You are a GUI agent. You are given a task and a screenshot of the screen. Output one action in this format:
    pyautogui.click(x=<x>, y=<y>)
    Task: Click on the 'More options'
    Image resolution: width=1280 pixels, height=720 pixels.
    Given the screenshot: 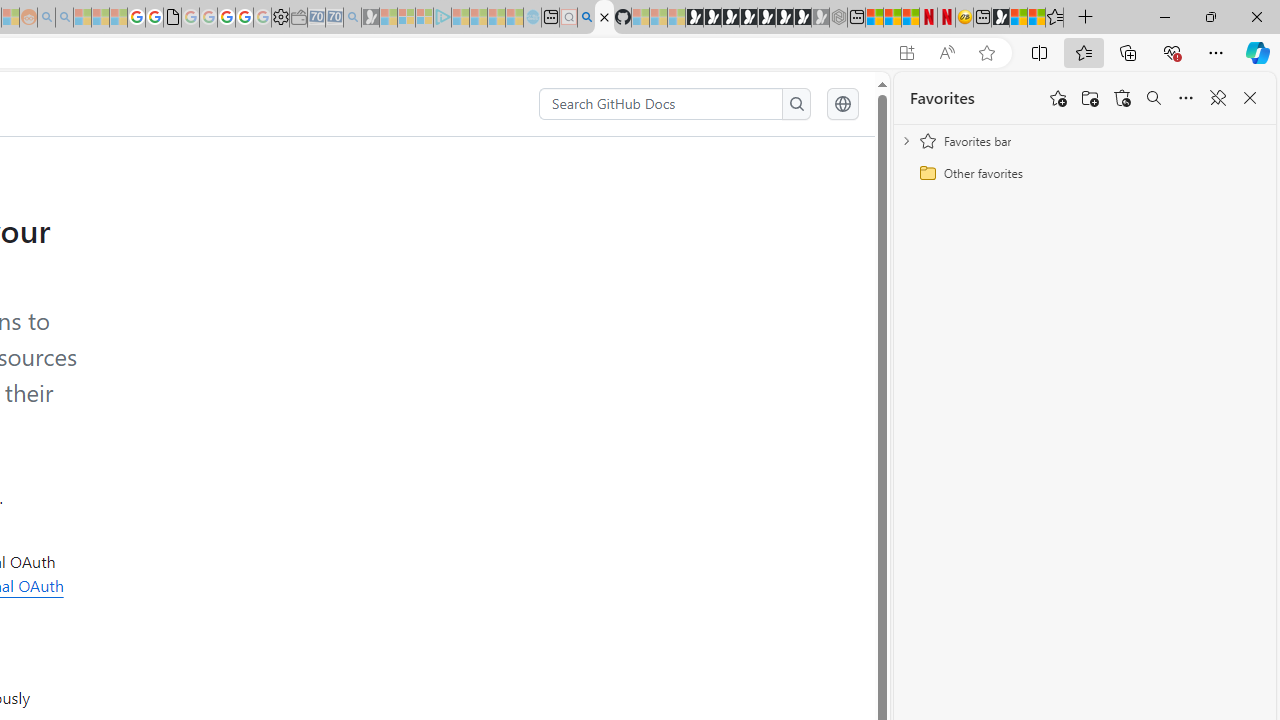 What is the action you would take?
    pyautogui.click(x=1186, y=98)
    